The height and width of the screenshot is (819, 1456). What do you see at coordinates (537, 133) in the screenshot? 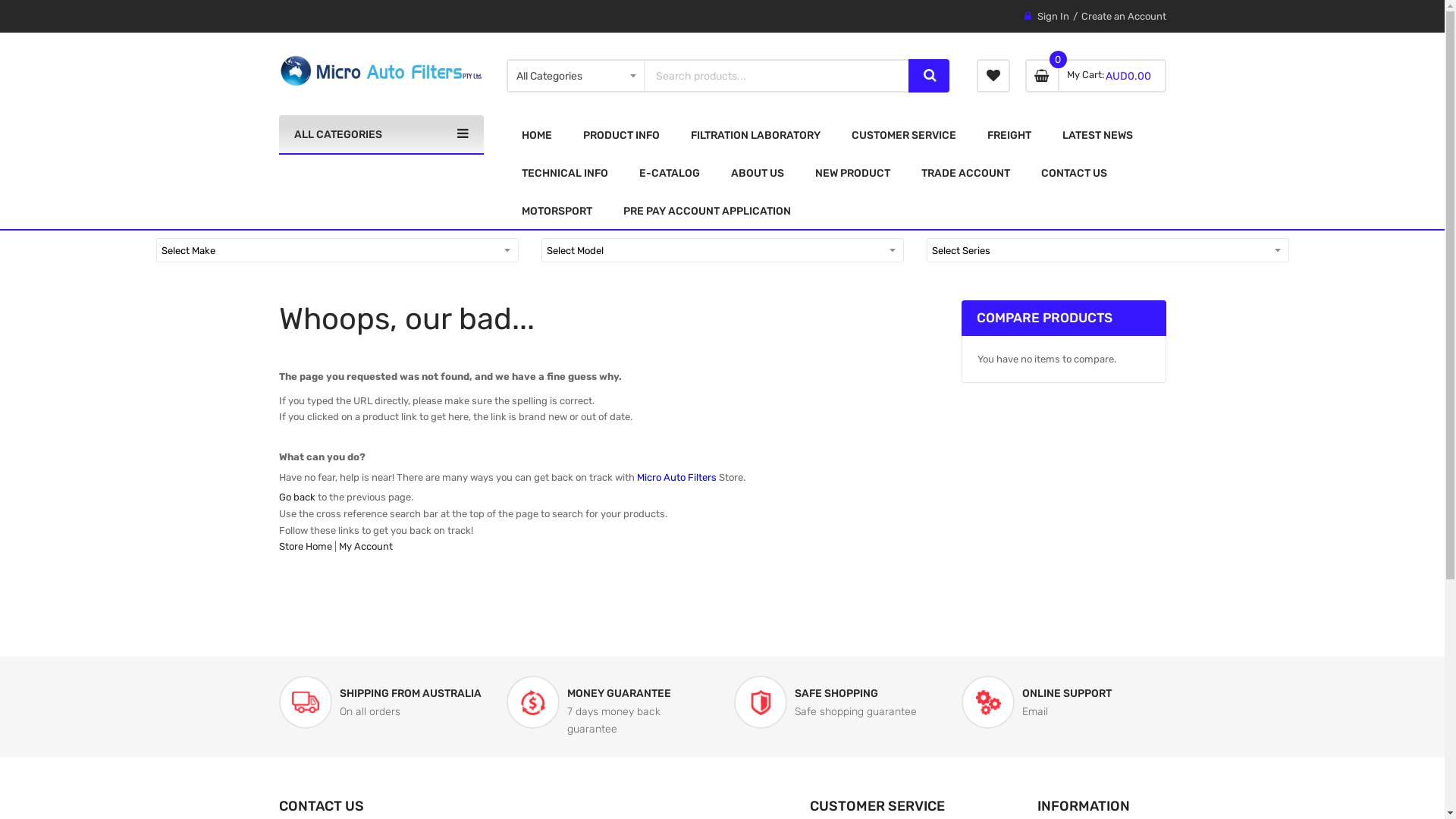
I see `'HOME'` at bounding box center [537, 133].